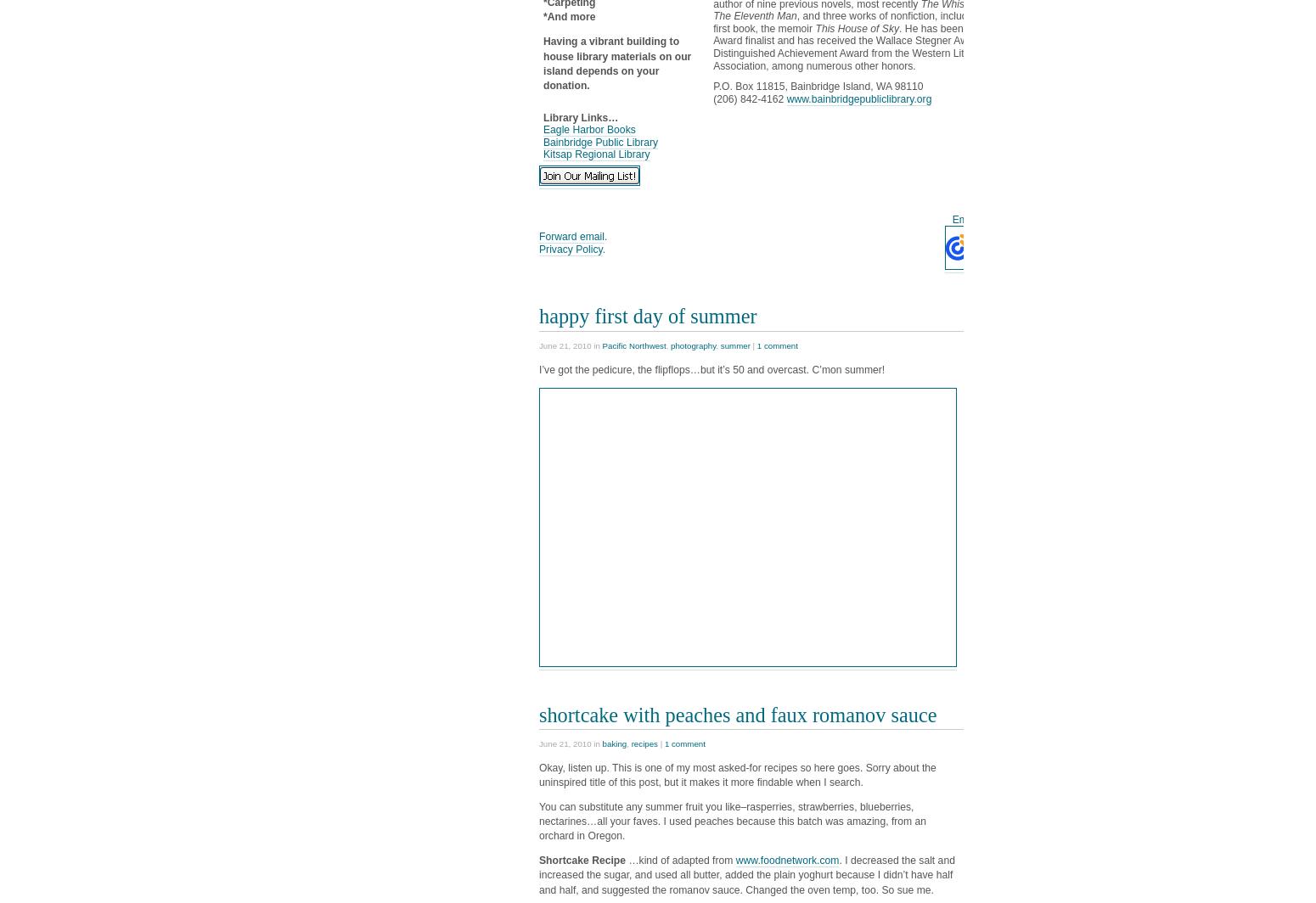  Describe the element at coordinates (858, 98) in the screenshot. I see `'www.bainbridgepubliclibrary.org'` at that location.